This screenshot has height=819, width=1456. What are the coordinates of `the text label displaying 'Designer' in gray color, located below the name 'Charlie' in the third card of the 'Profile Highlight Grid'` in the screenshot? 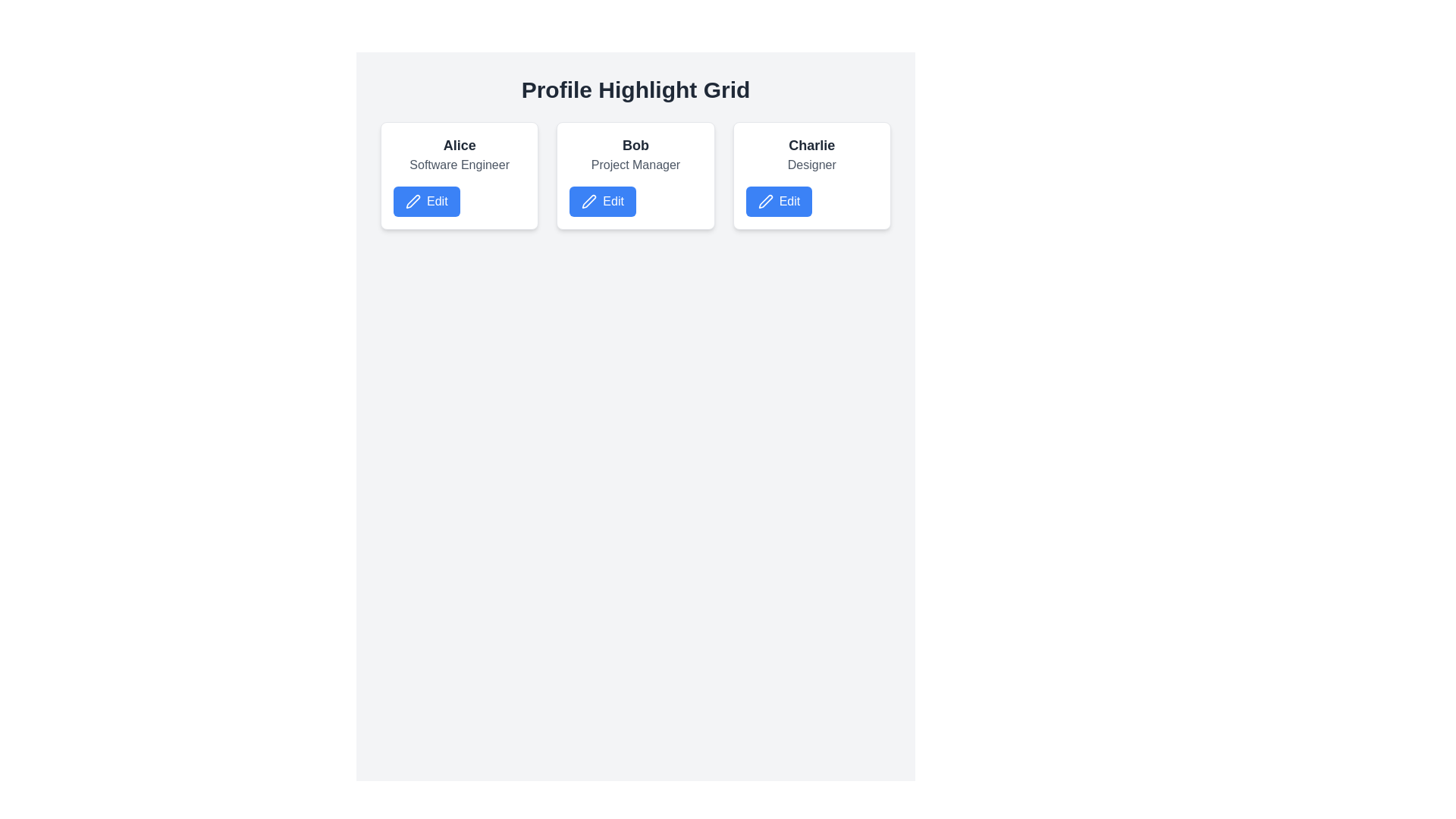 It's located at (811, 165).